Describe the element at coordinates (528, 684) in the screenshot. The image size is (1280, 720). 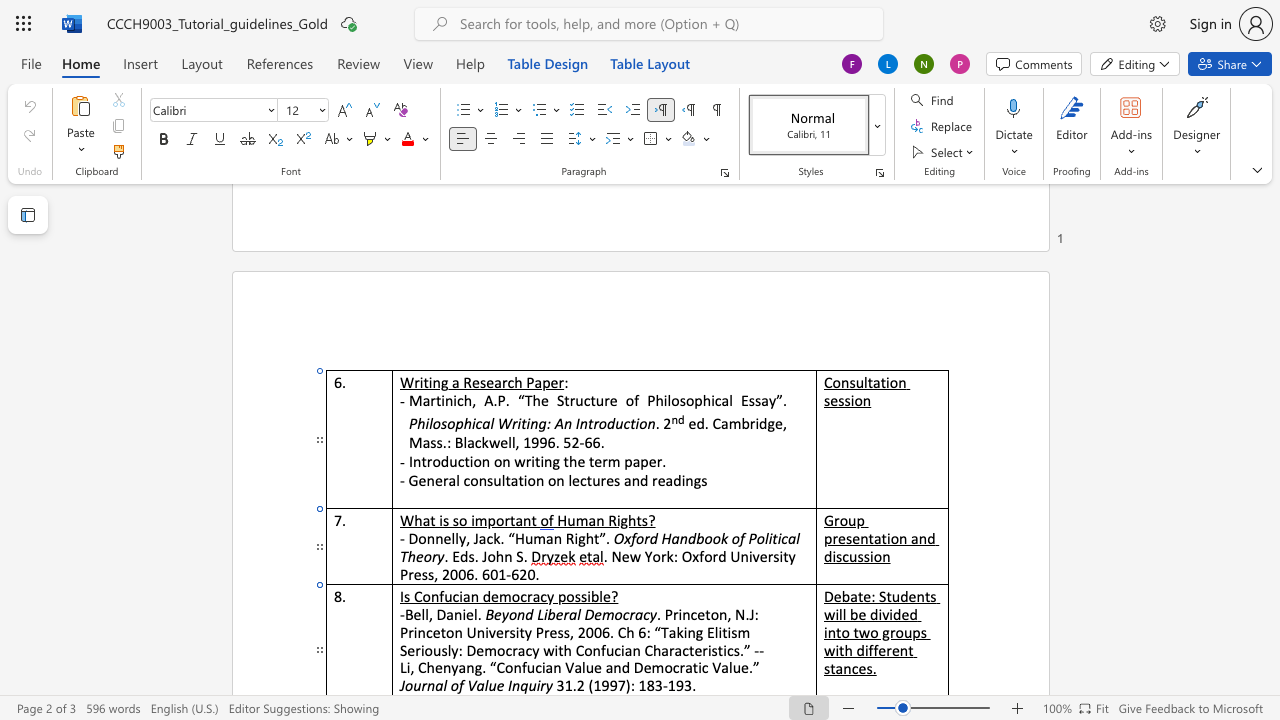
I see `the space between the continuous character "q" and "u" in the text` at that location.